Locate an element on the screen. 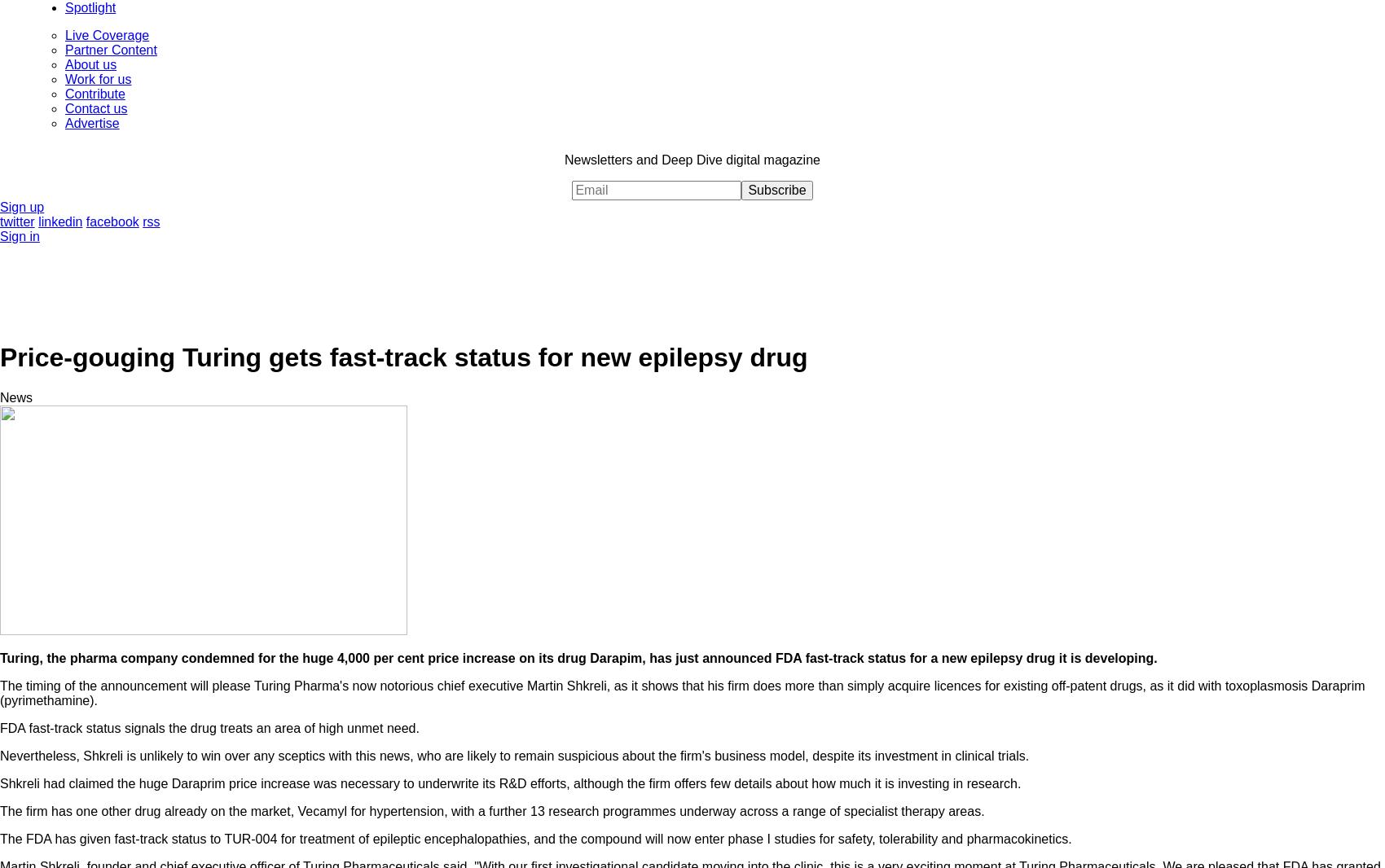 This screenshot has width=1385, height=868. 'About us' is located at coordinates (65, 63).